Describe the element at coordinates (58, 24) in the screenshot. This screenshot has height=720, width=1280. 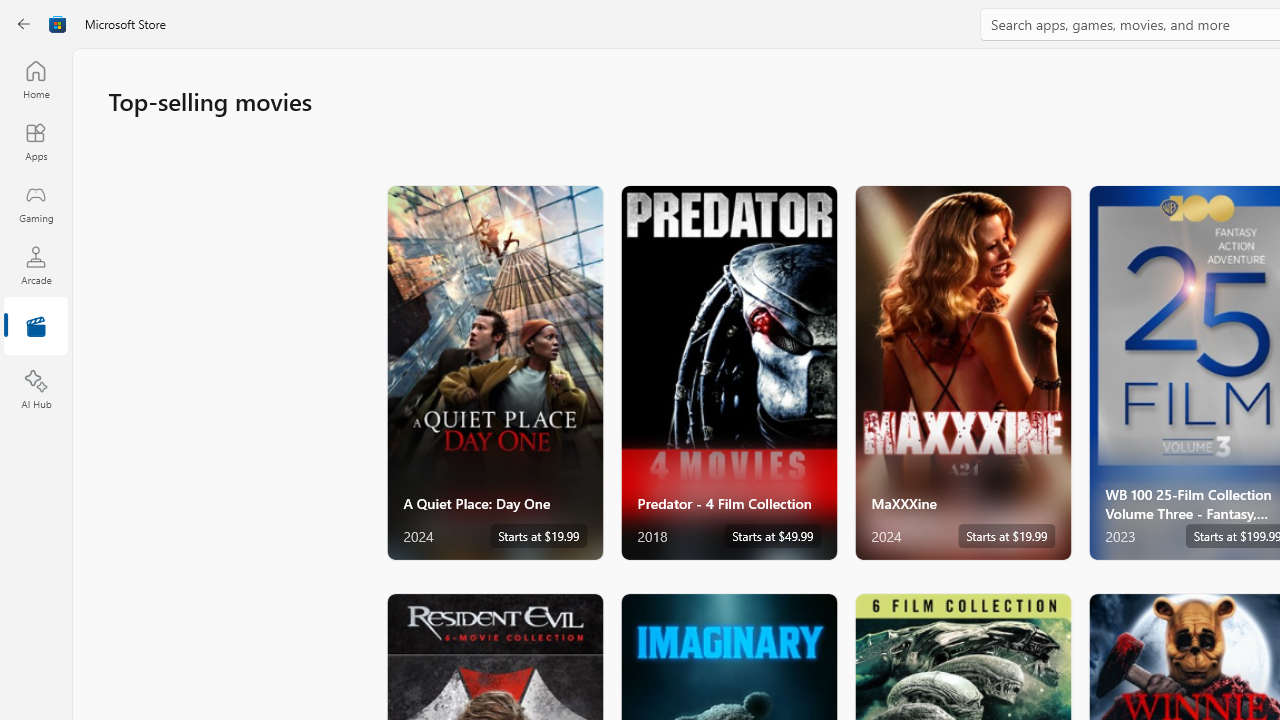
I see `'Class: Image'` at that location.